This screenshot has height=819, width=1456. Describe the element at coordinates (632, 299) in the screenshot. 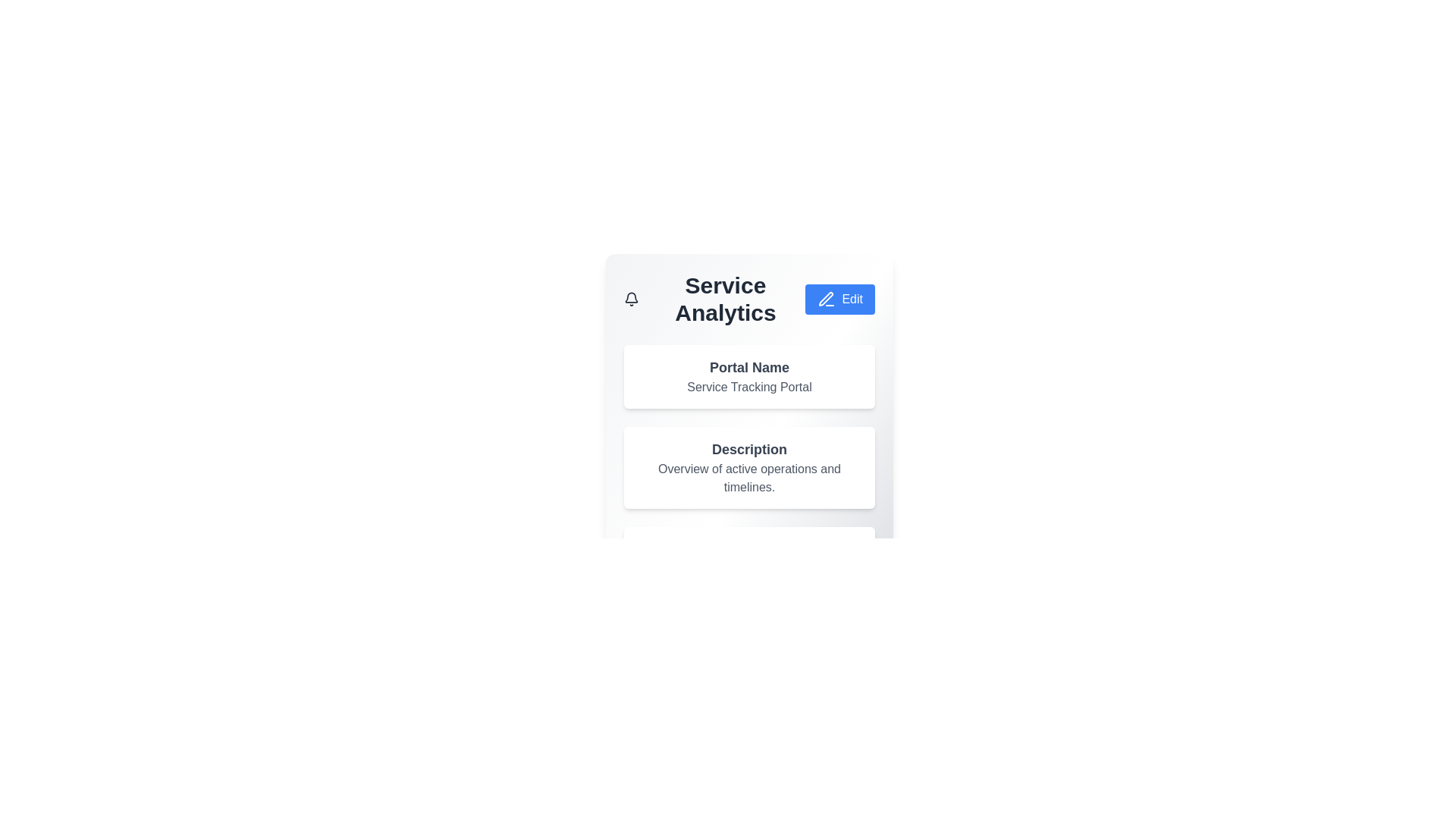

I see `the outlined bell icon, which is styled with a rounded design and located to the left of the 'Service Analytics' title text` at that location.